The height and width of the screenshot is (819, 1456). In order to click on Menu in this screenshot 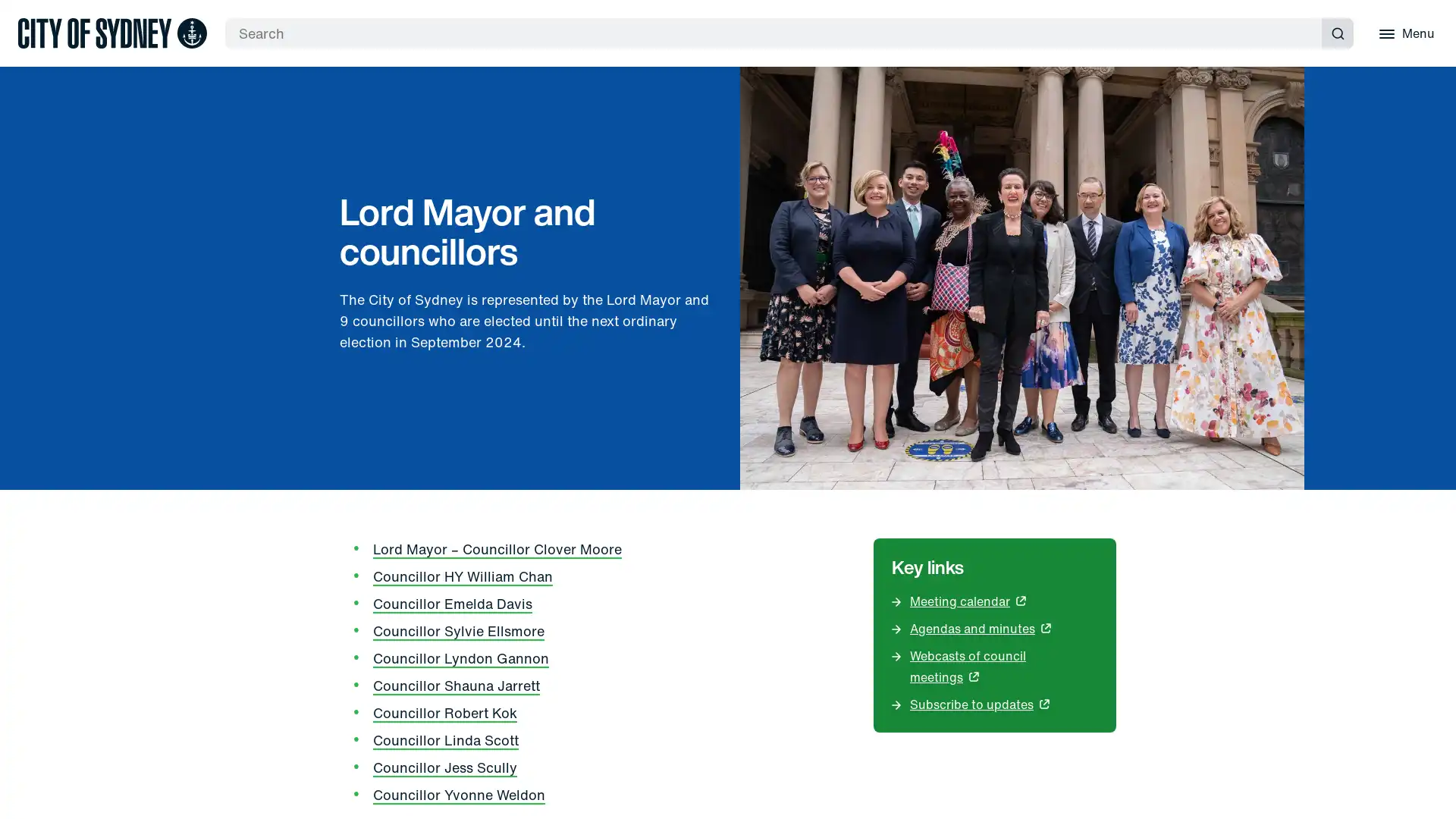, I will do `click(1404, 33)`.